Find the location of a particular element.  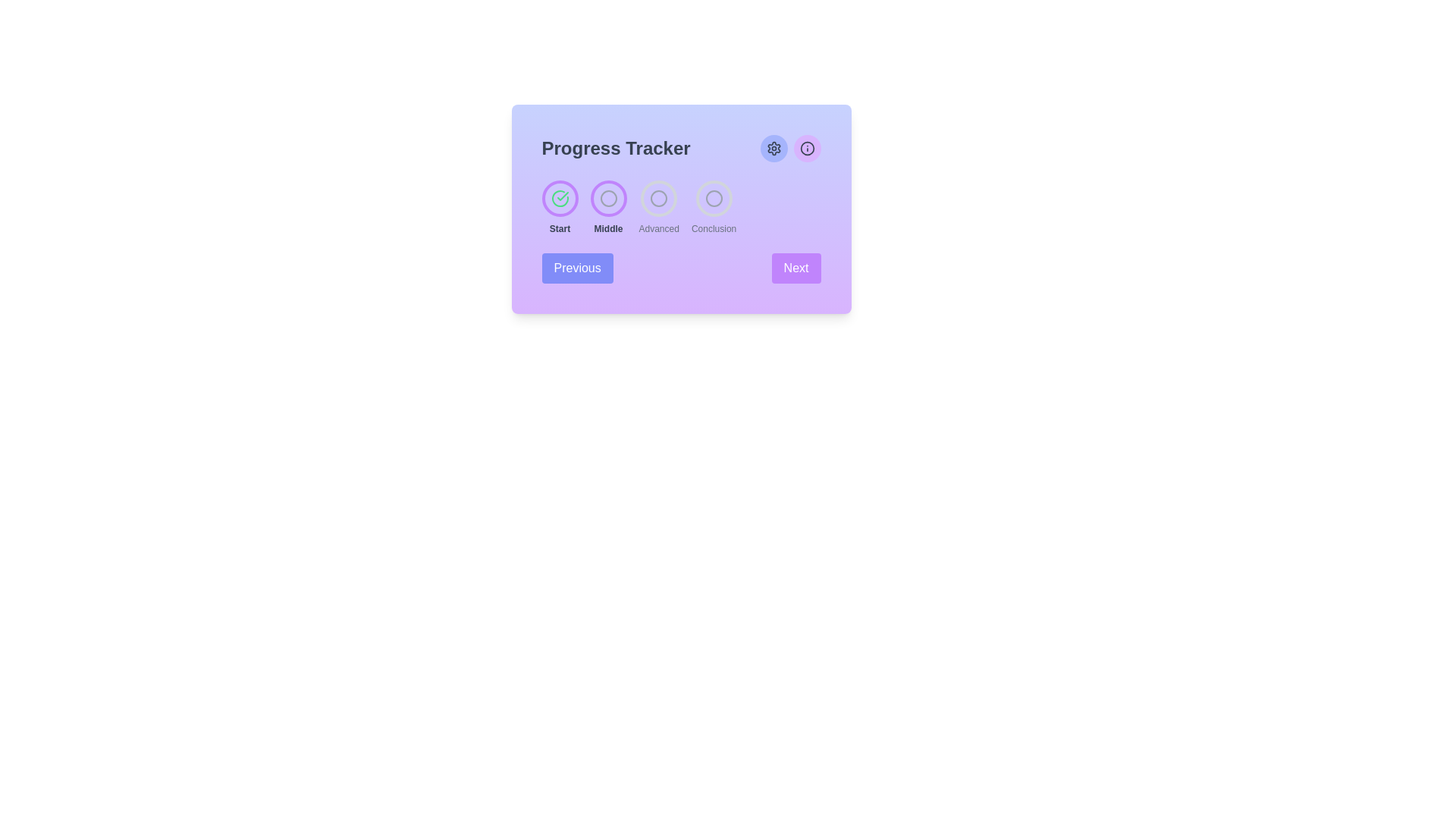

the 'Conclusion' step indicator, which is a circular icon with a light gray border and a text label below it is located at coordinates (713, 207).